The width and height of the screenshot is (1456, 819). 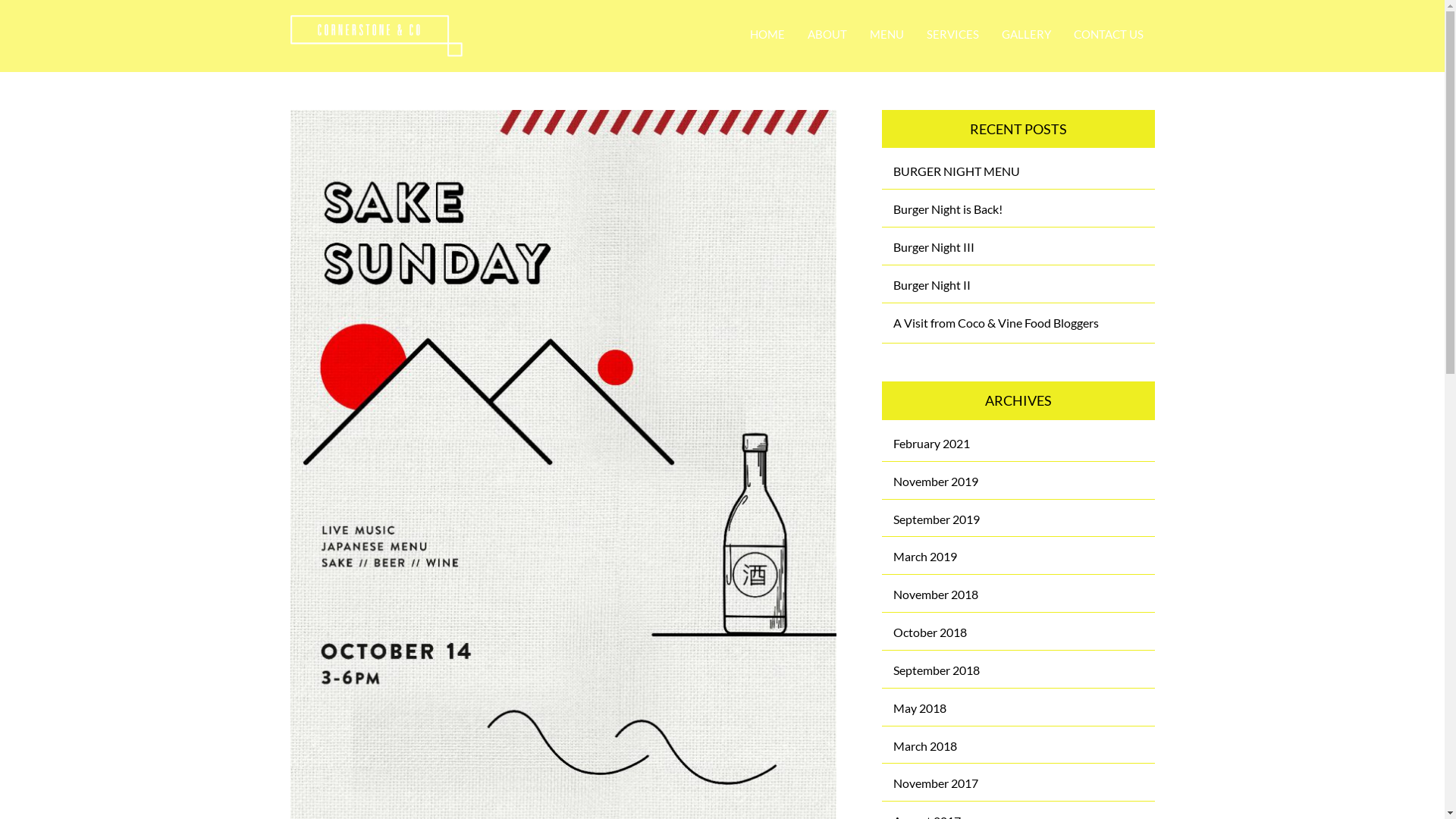 What do you see at coordinates (933, 246) in the screenshot?
I see `'Burger Night III'` at bounding box center [933, 246].